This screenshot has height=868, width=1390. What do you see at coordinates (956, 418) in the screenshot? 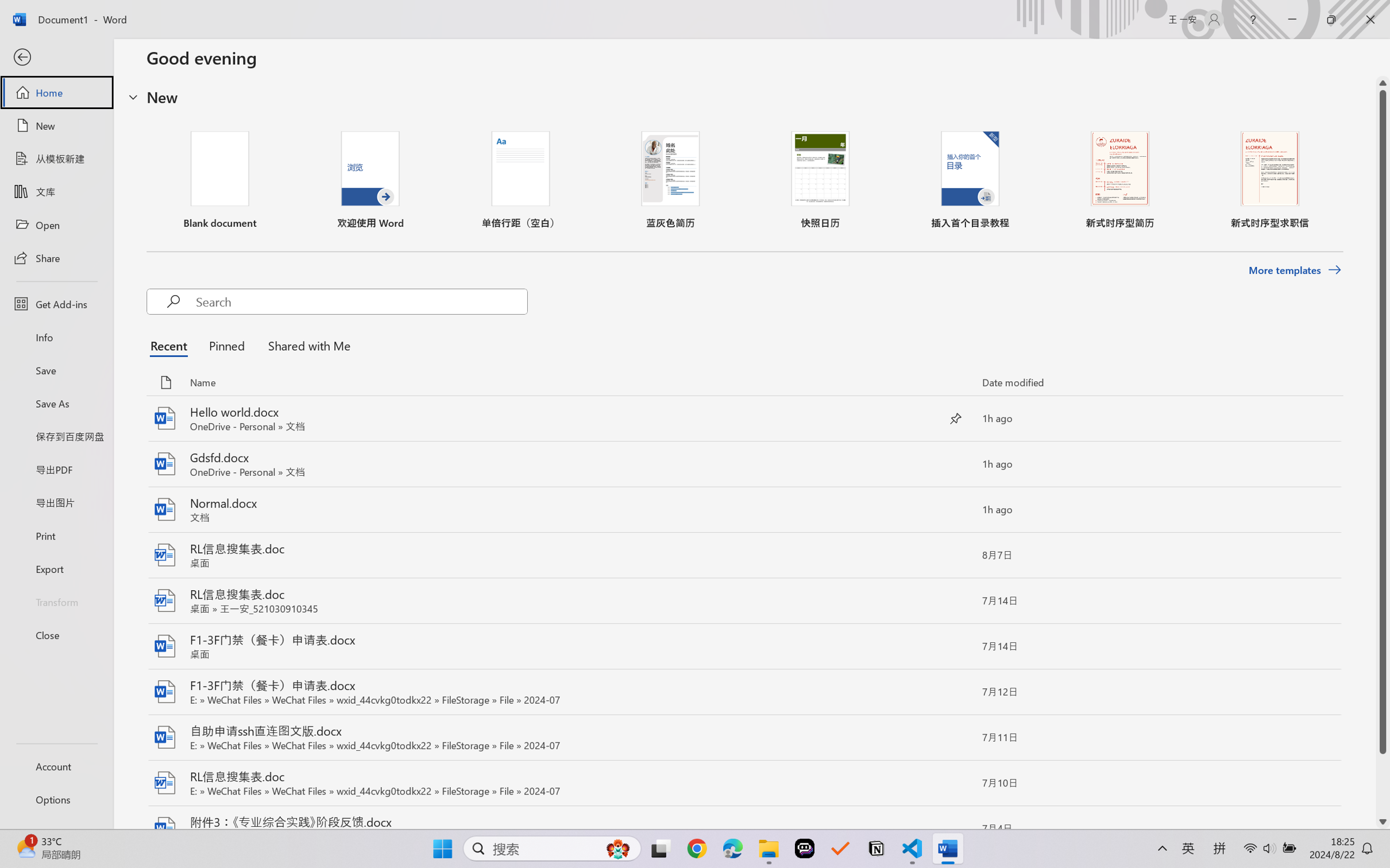
I see `'Unpin this item from the list'` at bounding box center [956, 418].